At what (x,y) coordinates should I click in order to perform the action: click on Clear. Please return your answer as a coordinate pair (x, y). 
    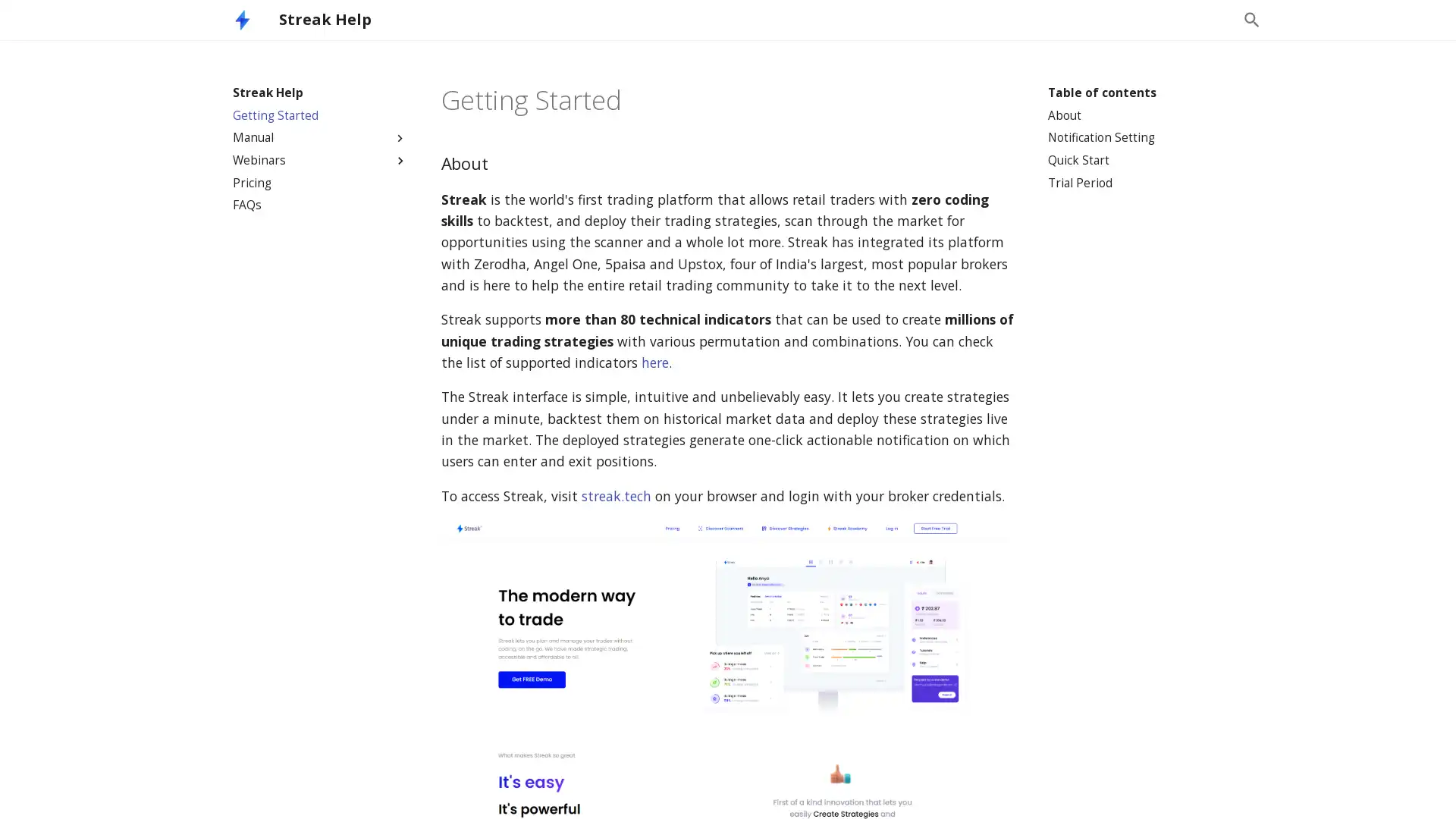
    Looking at the image, I should click on (1215, 20).